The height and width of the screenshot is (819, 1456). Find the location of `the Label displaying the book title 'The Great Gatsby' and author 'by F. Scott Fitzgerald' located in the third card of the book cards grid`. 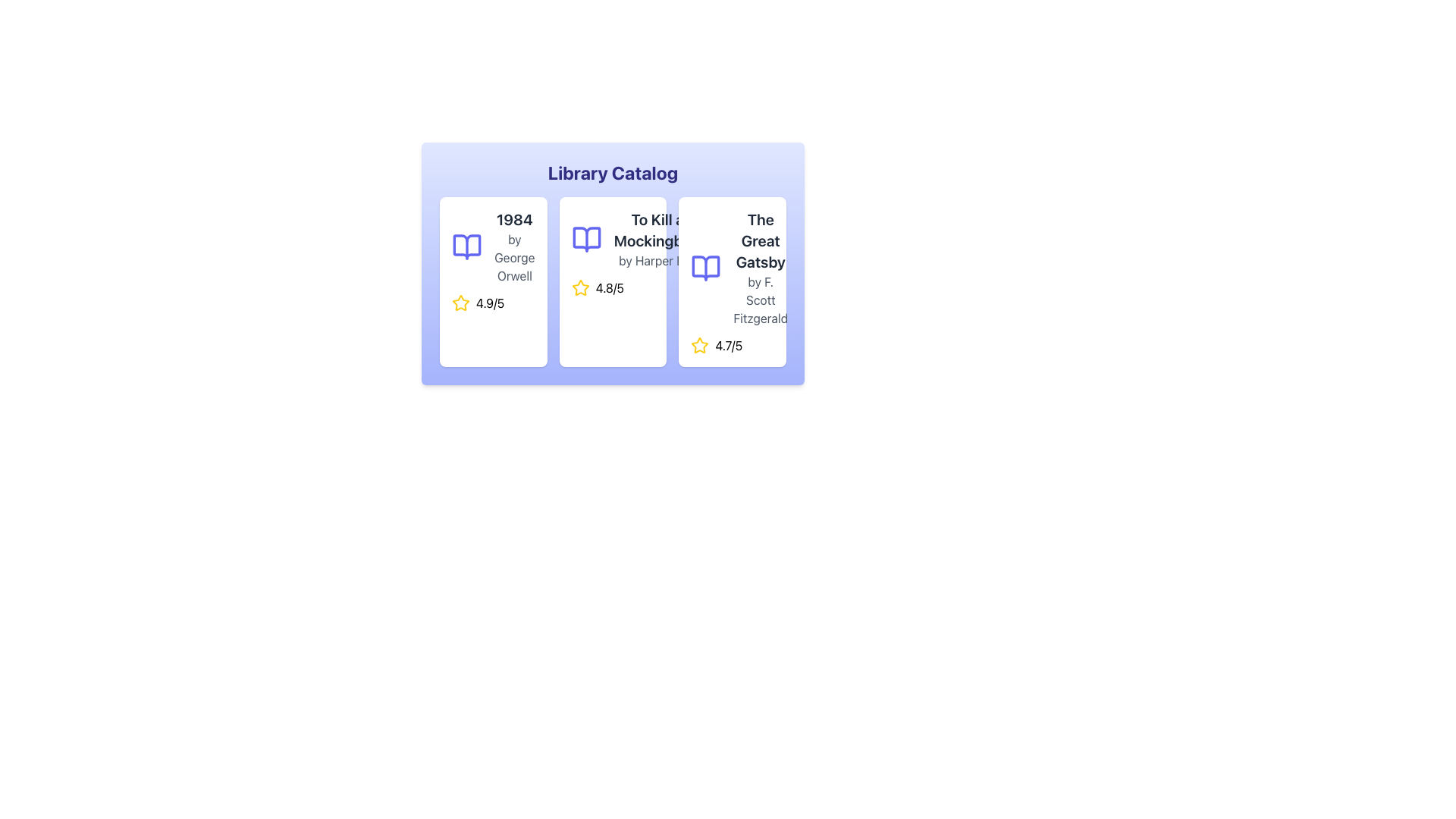

the Label displaying the book title 'The Great Gatsby' and author 'by F. Scott Fitzgerald' located in the third card of the book cards grid is located at coordinates (761, 268).